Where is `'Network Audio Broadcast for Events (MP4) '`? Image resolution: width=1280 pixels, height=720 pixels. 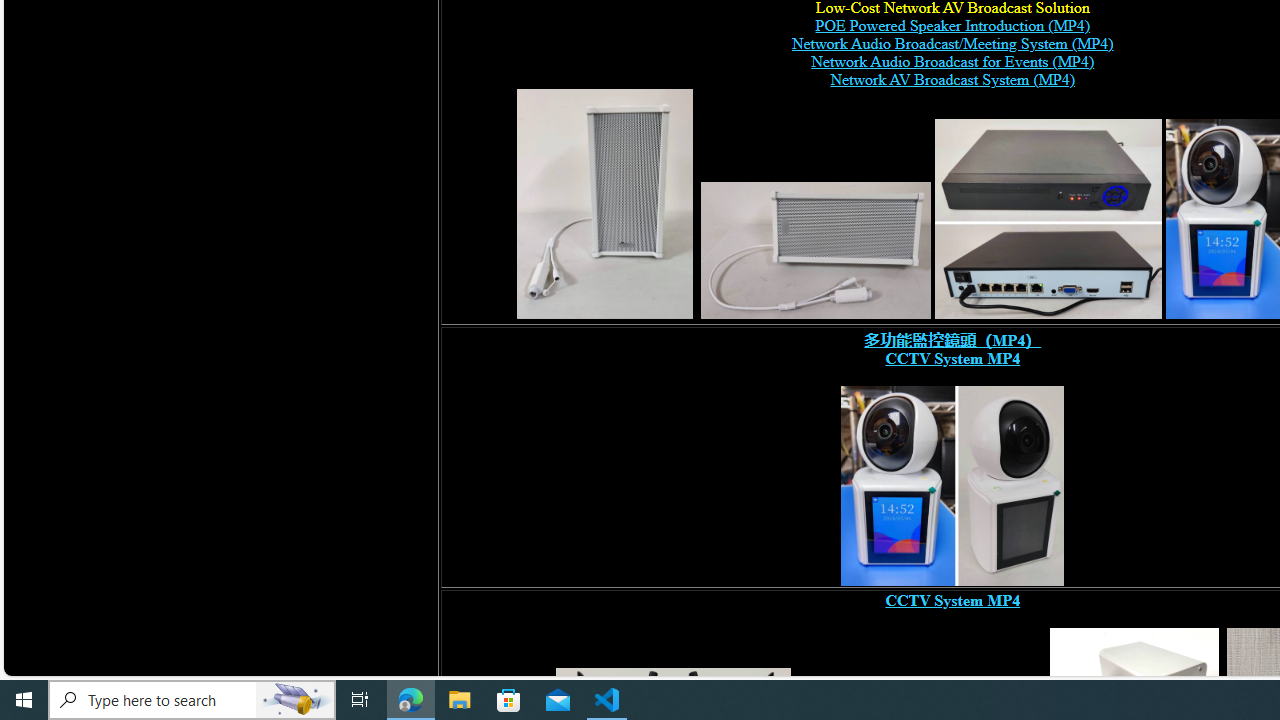
'Network Audio Broadcast for Events (MP4) ' is located at coordinates (951, 61).